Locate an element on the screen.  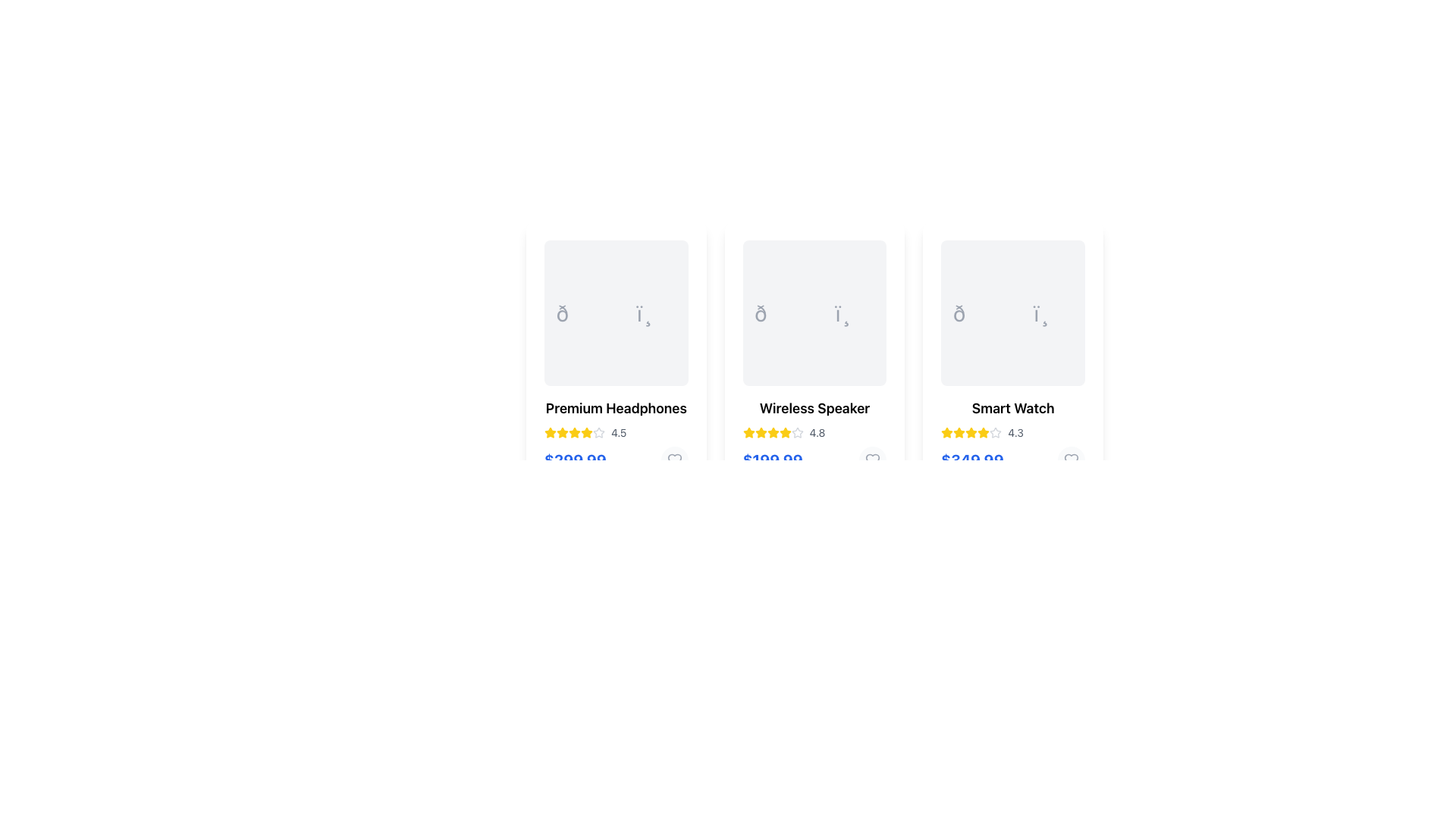
the prominent star icon located above the '4.3' rating text in the 'Smart Watch' card, which indicates the rating or popularity status of the item is located at coordinates (959, 432).